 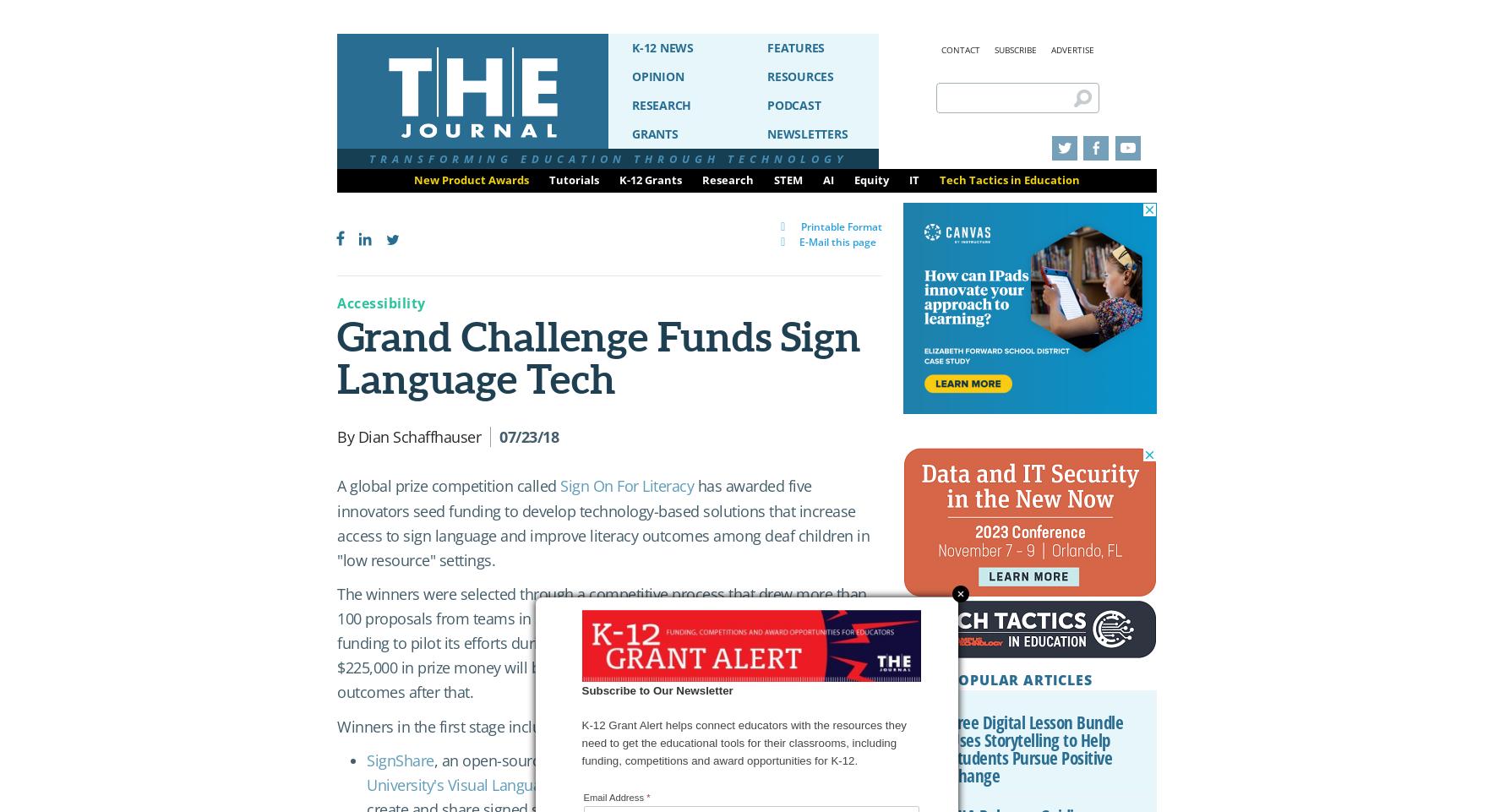 I want to click on 'New Product Awards', so click(x=470, y=179).